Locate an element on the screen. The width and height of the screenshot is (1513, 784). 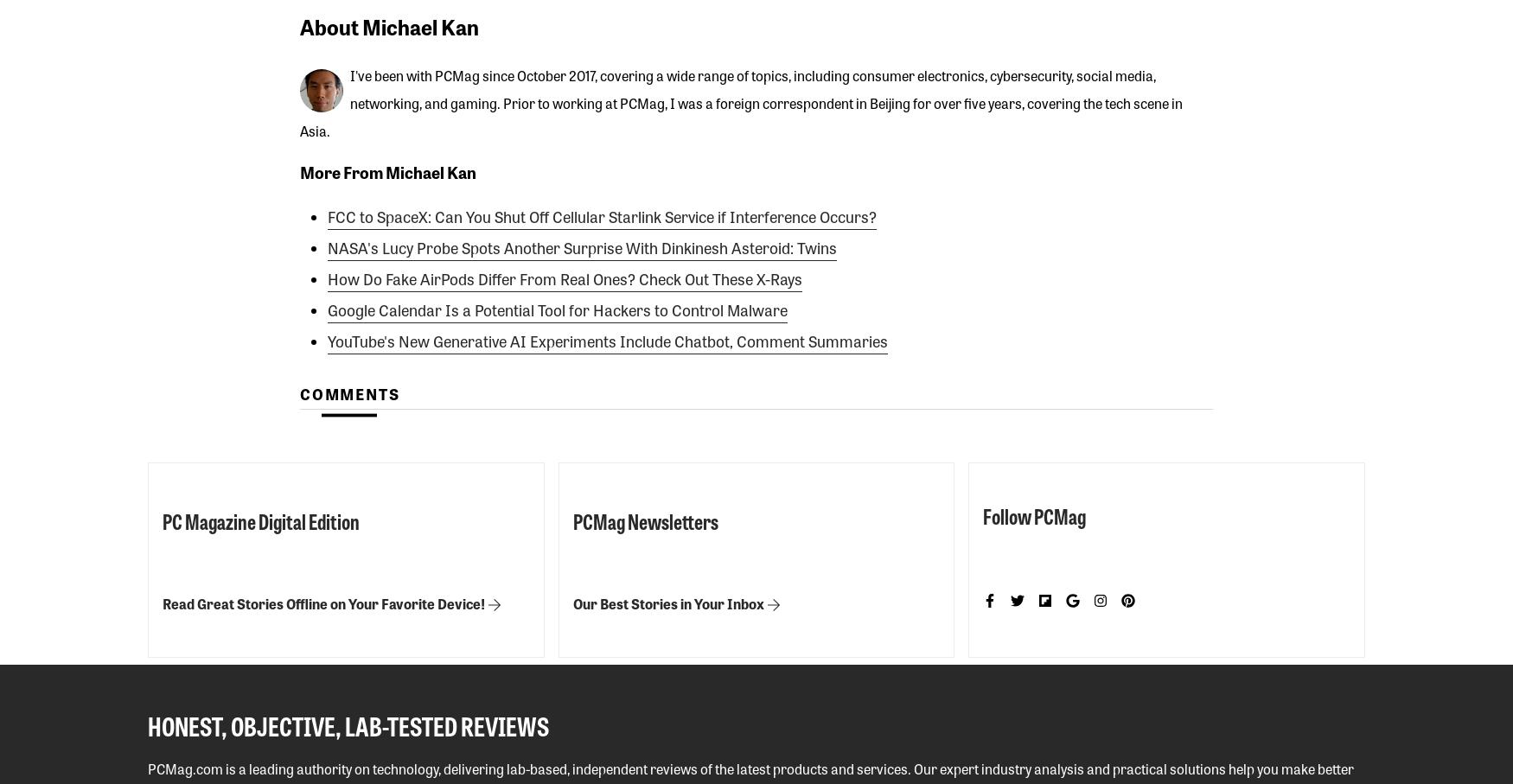
'How Do Fake AirPods Differ From Real Ones? Check Out These X-Rays' is located at coordinates (564, 277).